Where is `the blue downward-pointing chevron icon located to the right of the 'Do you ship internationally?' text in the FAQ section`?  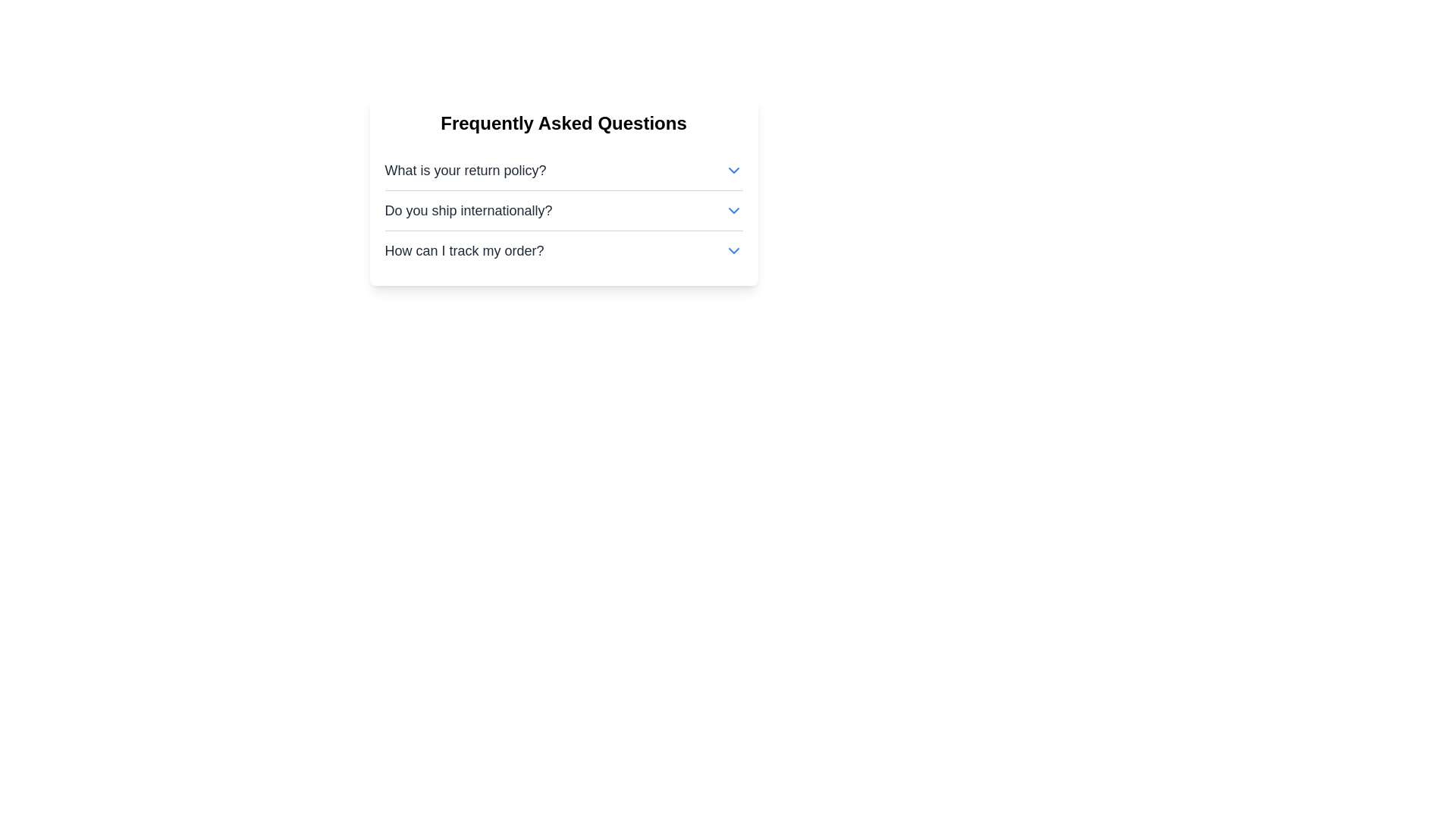
the blue downward-pointing chevron icon located to the right of the 'Do you ship internationally?' text in the FAQ section is located at coordinates (733, 210).